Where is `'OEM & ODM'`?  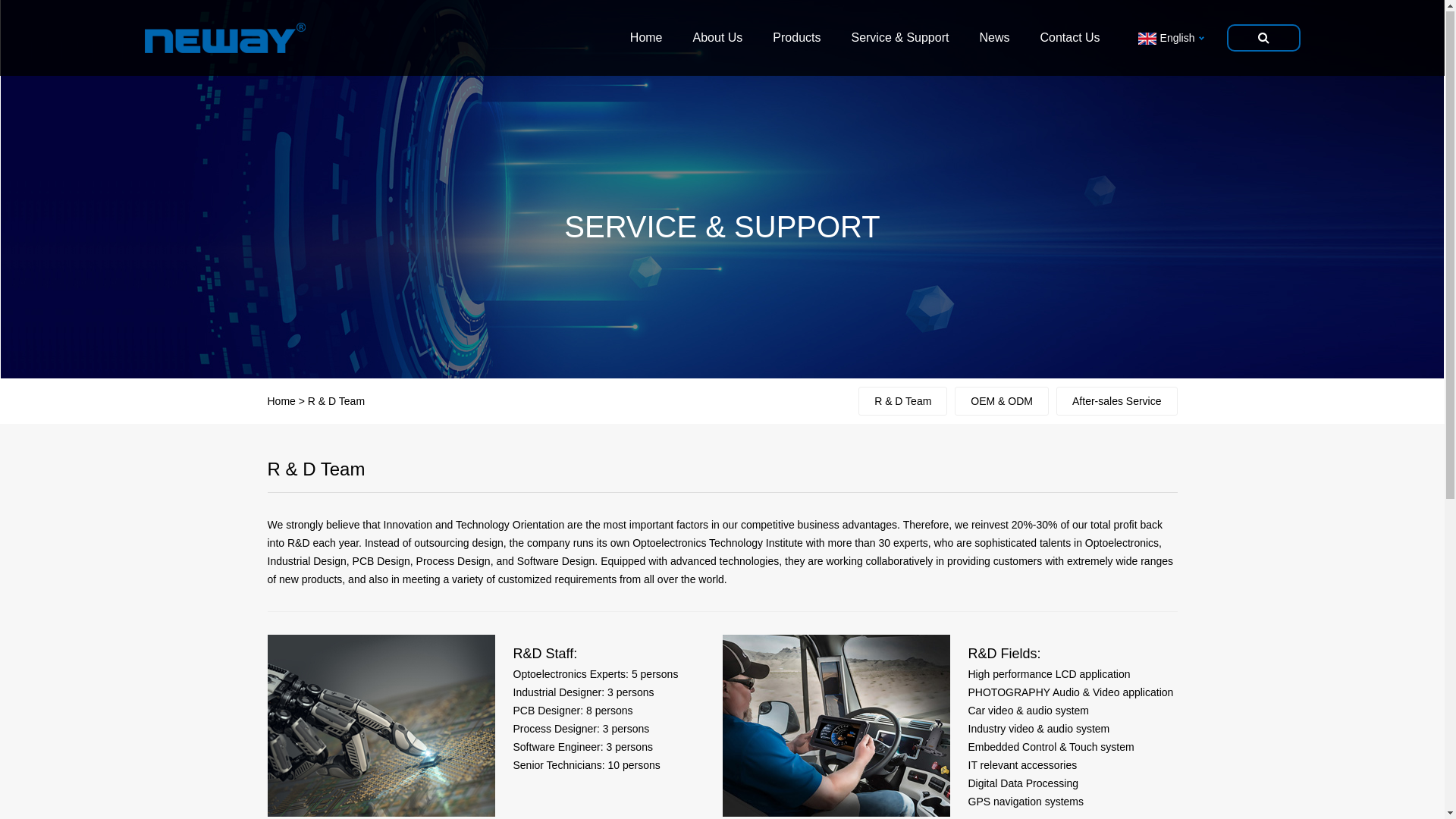
'OEM & ODM' is located at coordinates (1001, 400).